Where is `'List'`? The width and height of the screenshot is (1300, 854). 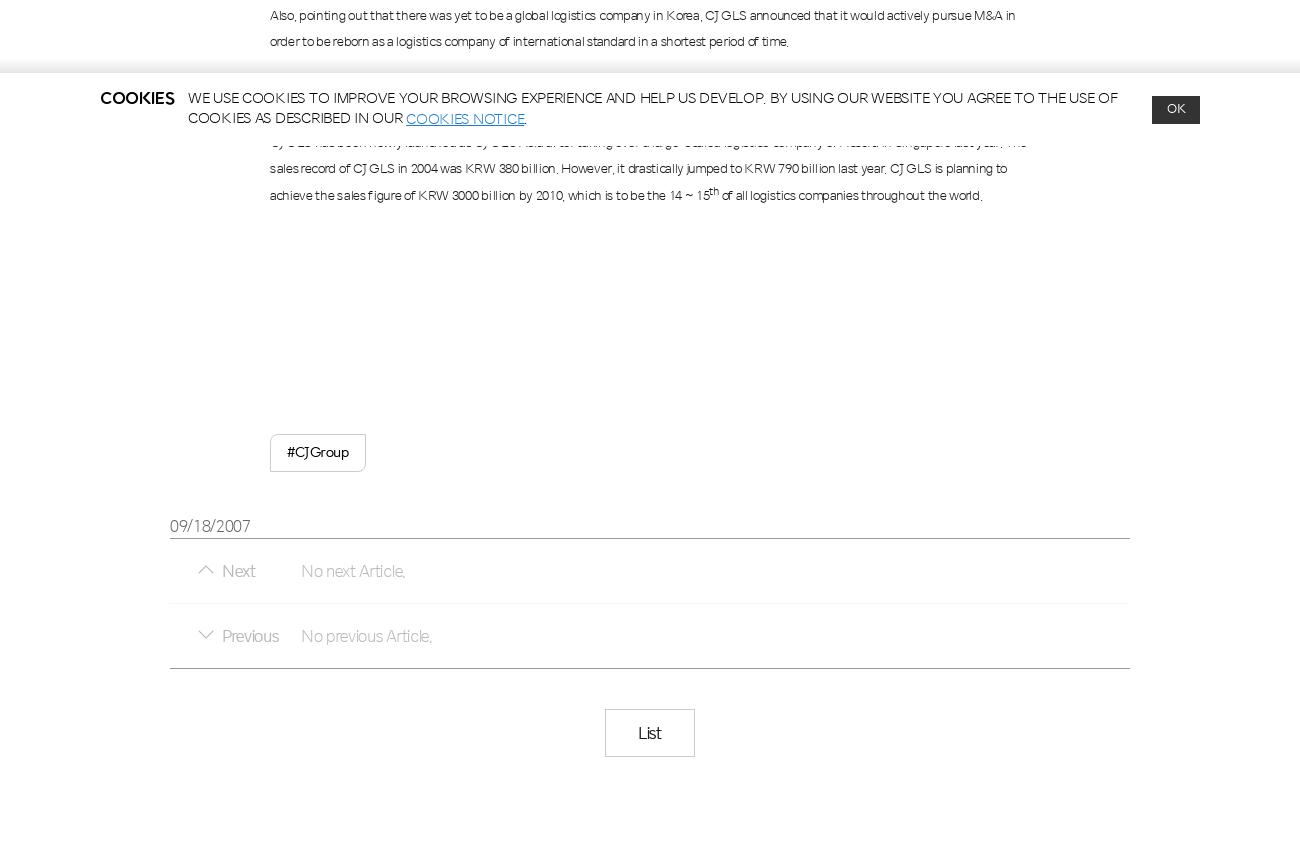 'List' is located at coordinates (638, 731).